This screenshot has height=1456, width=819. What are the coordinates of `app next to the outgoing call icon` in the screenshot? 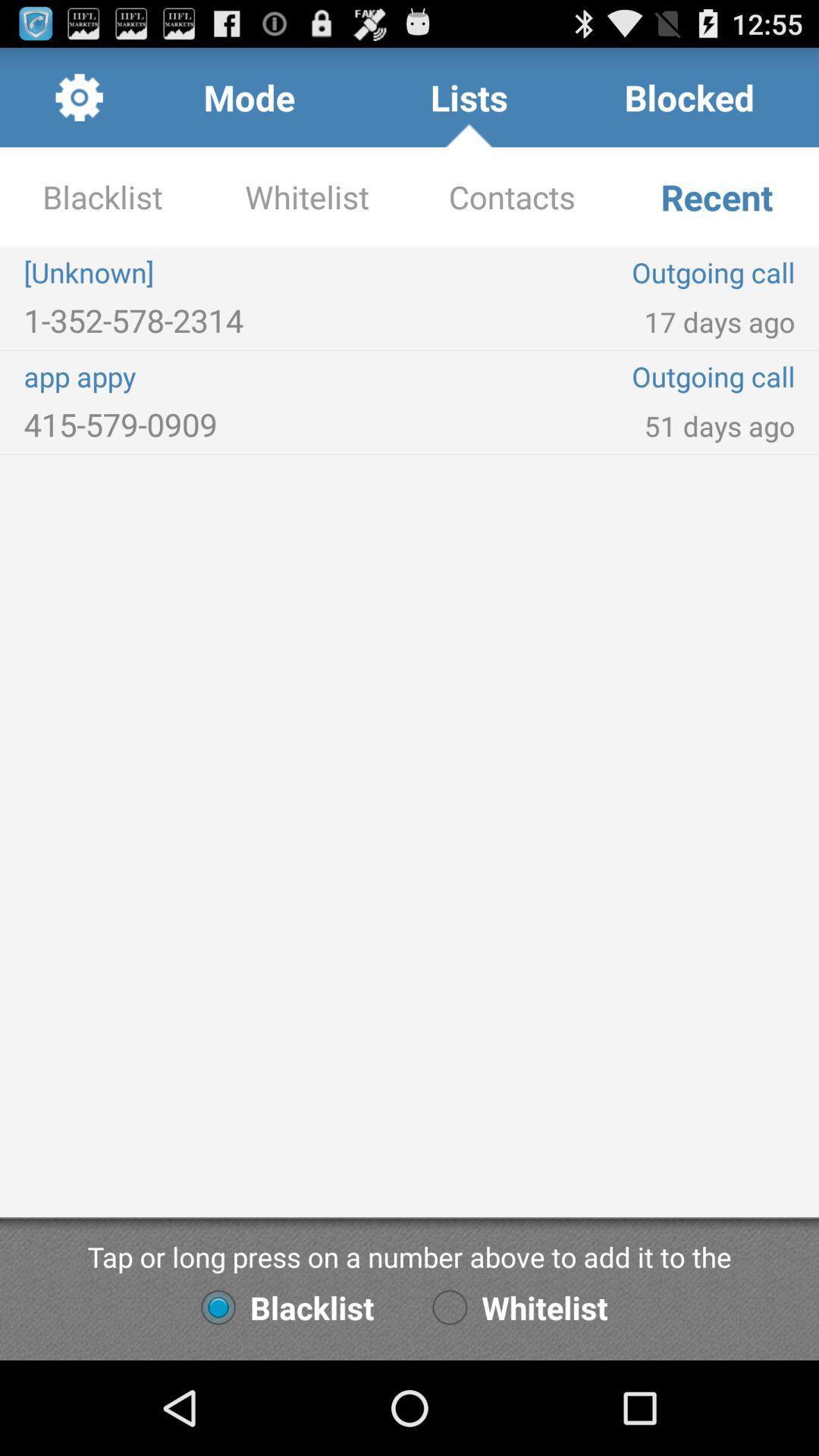 It's located at (216, 376).